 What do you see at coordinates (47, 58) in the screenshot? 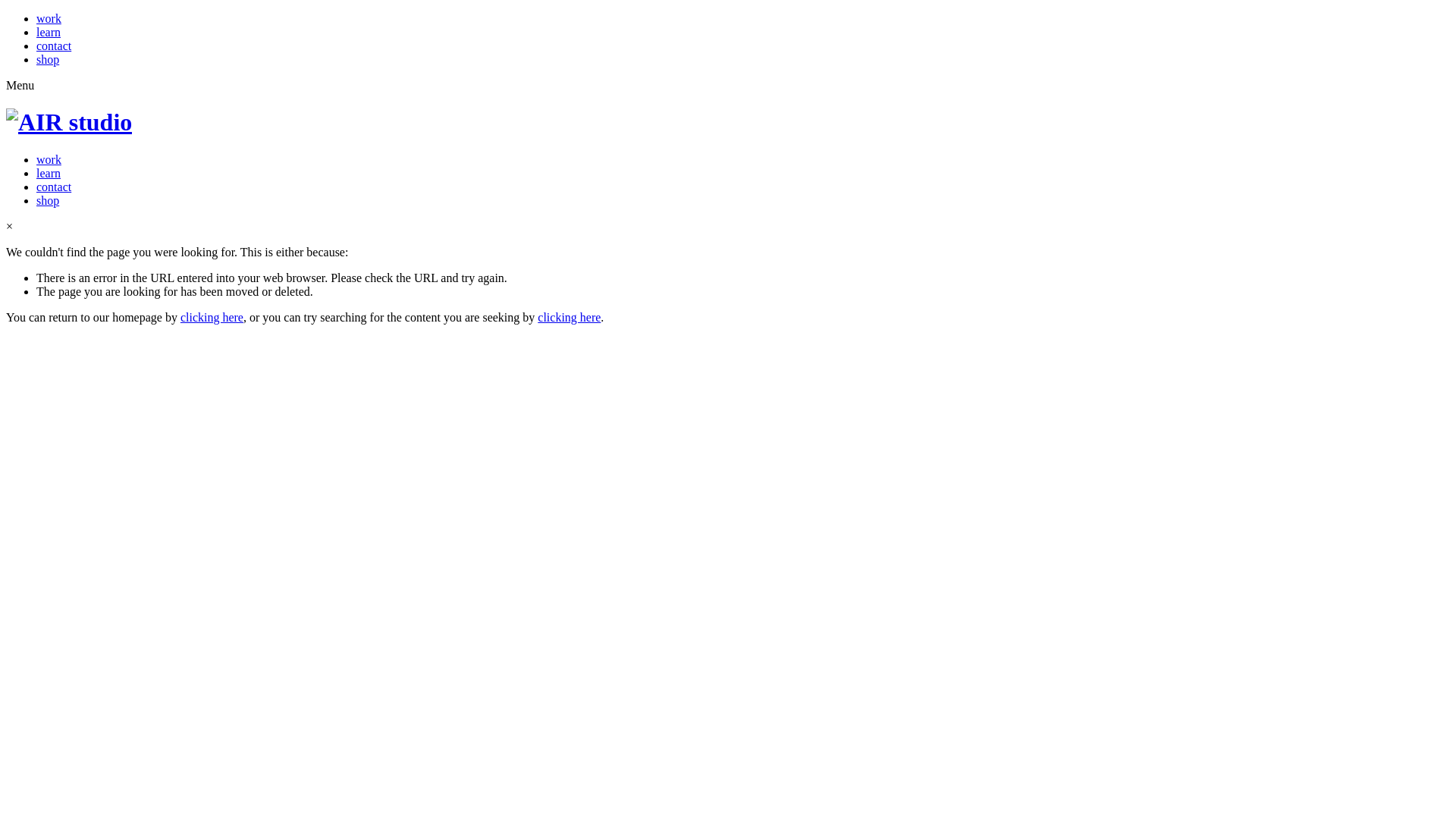
I see `'shop'` at bounding box center [47, 58].